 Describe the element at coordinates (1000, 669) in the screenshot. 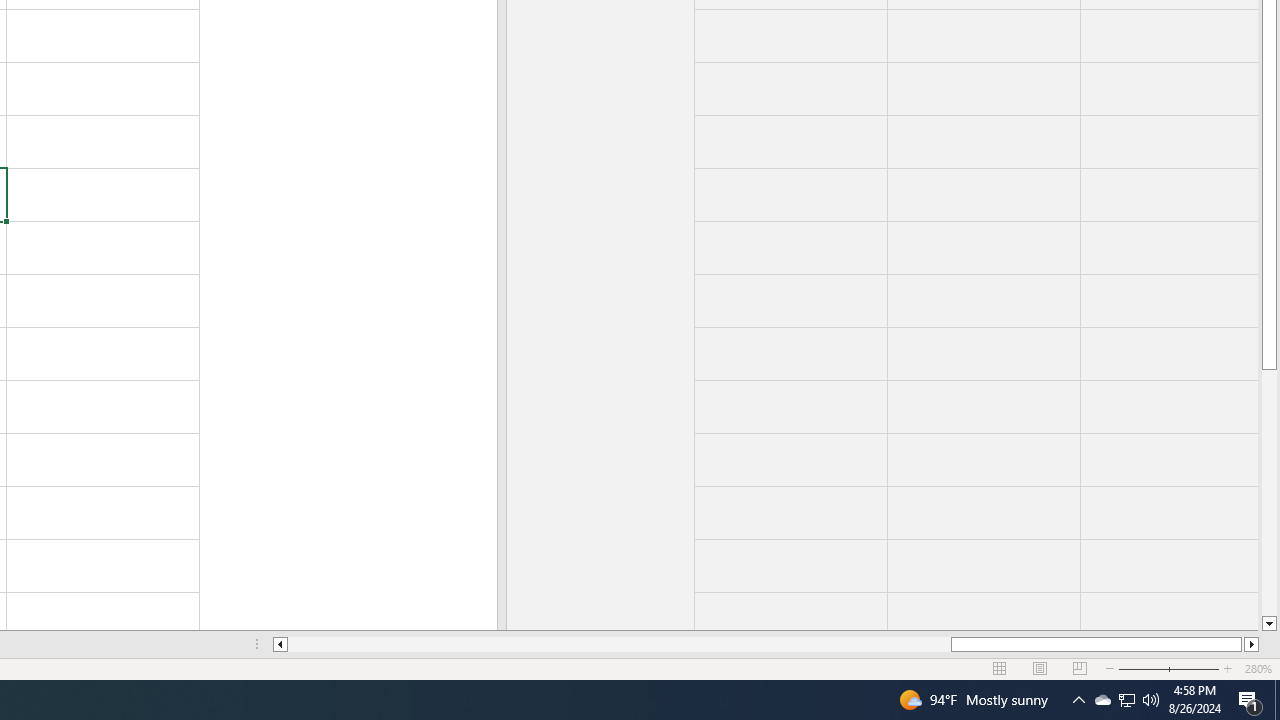

I see `'Normal'` at that location.